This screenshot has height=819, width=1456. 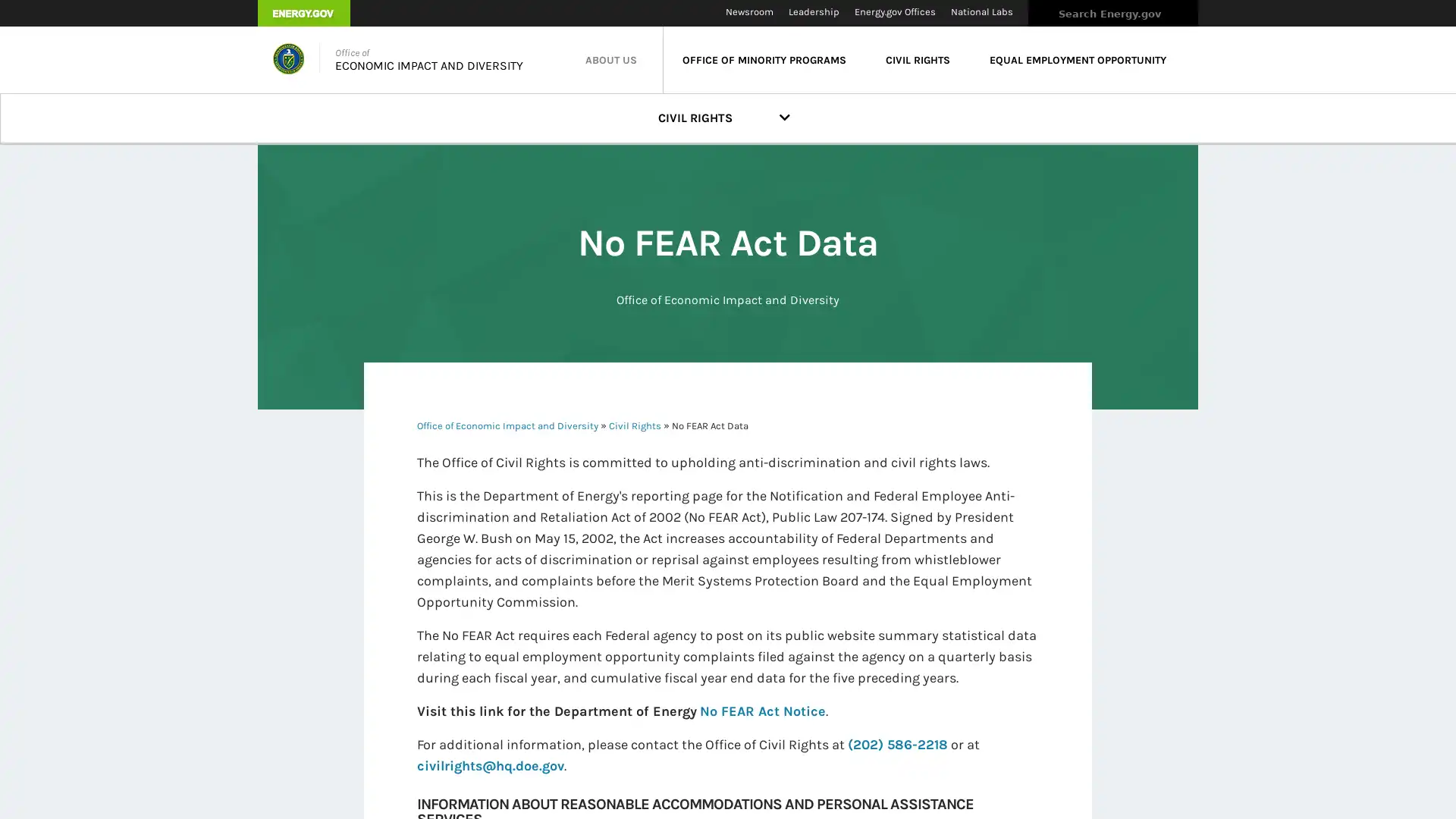 I want to click on SEARCH, so click(x=1214, y=17).